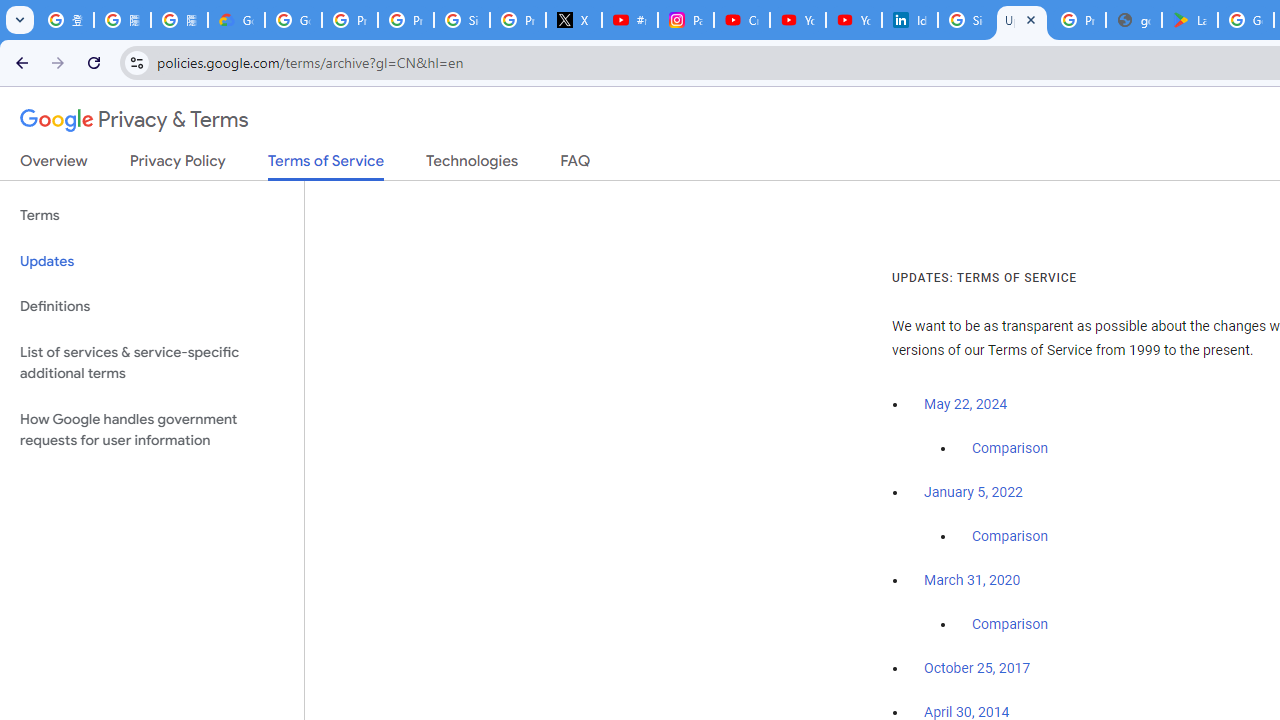  I want to click on 'Sign in - Google Accounts', so click(966, 20).